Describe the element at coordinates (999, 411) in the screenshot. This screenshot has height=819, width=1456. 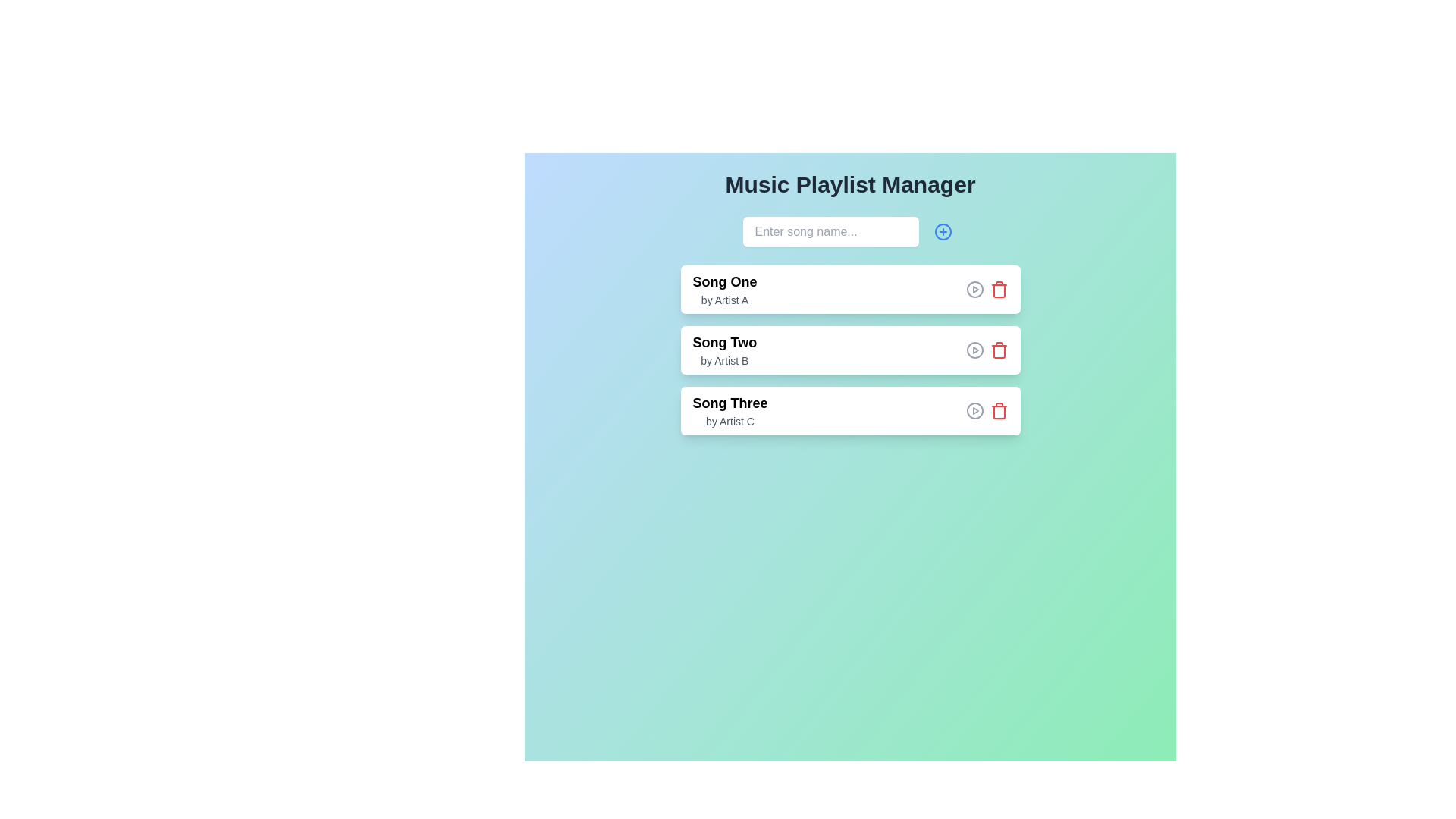
I see `the delete button for 'Song Three' located to the far right of the row containing 'Song Three by Artist C'` at that location.